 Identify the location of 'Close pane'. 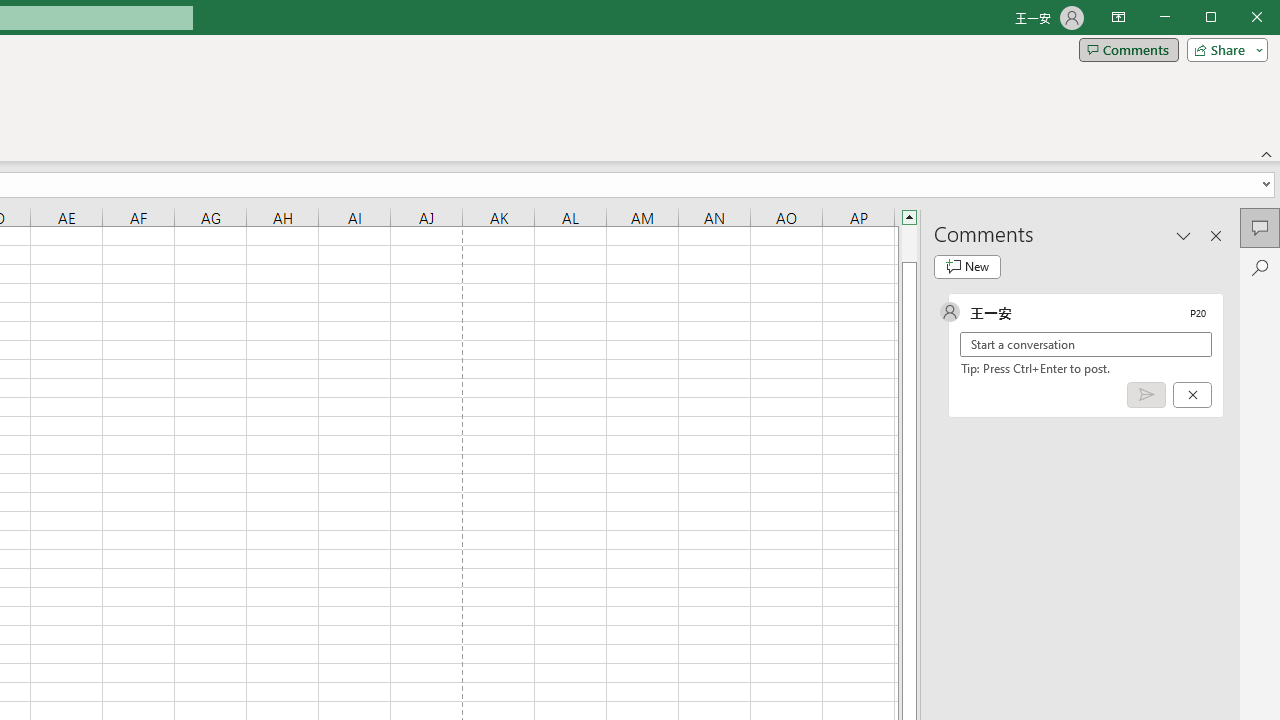
(1215, 234).